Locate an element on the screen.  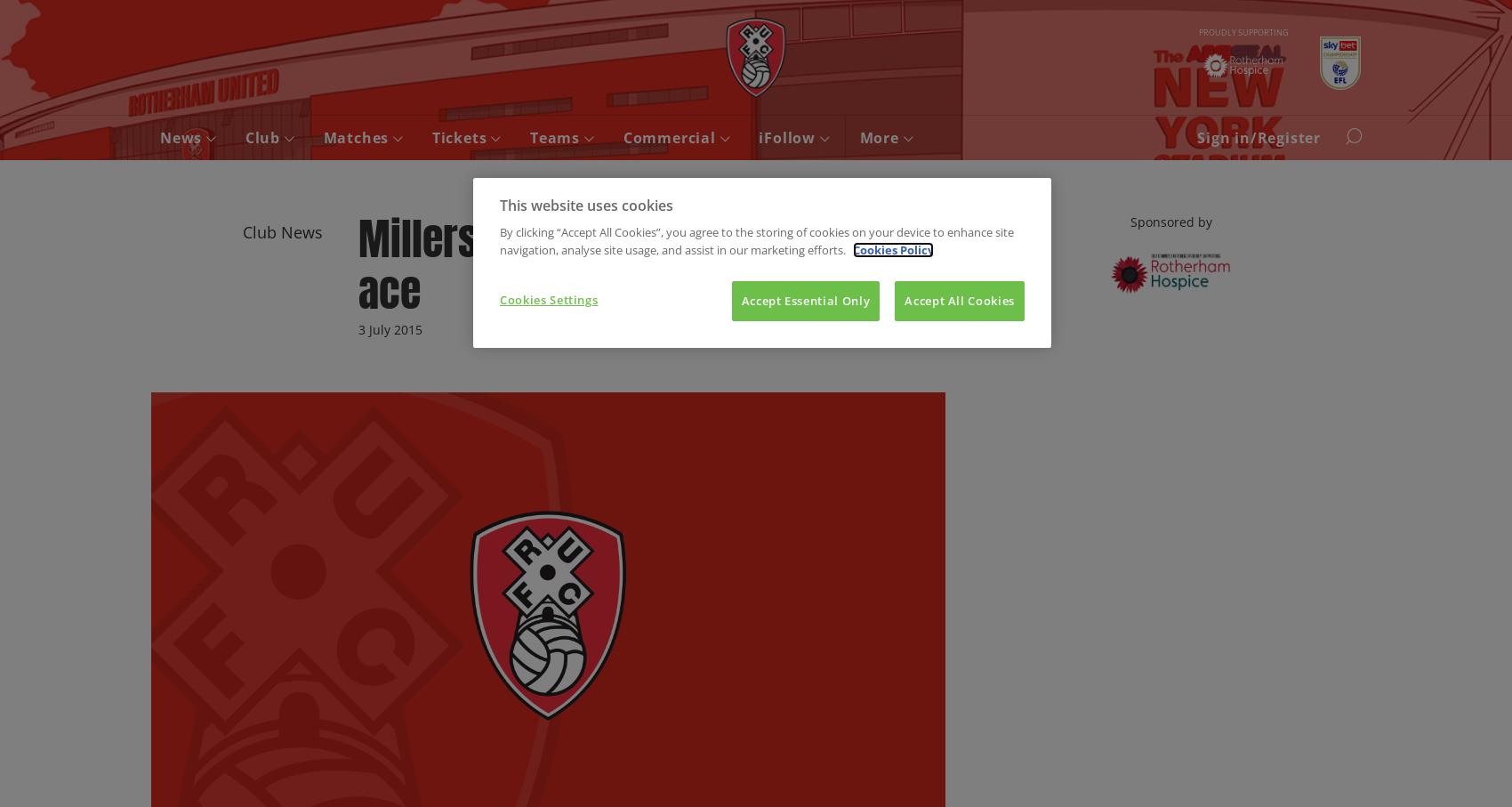
'3 July 2015' is located at coordinates (390, 327).